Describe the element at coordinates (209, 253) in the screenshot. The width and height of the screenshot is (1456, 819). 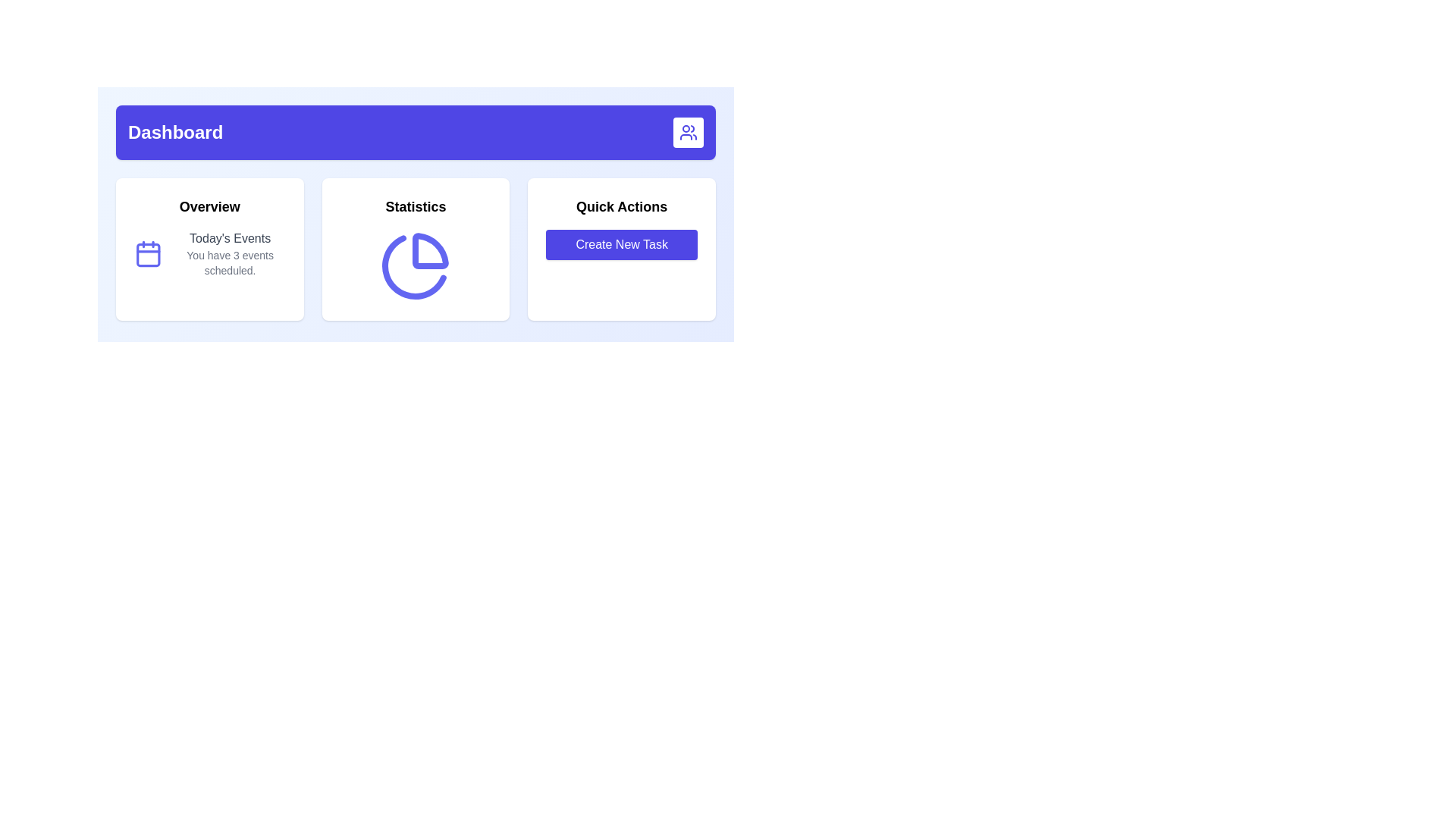
I see `text content of the Informational Widget displaying 'Today's Events' and 'You have 3 events scheduled' located in the first card under the 'Dashboard' heading` at that location.